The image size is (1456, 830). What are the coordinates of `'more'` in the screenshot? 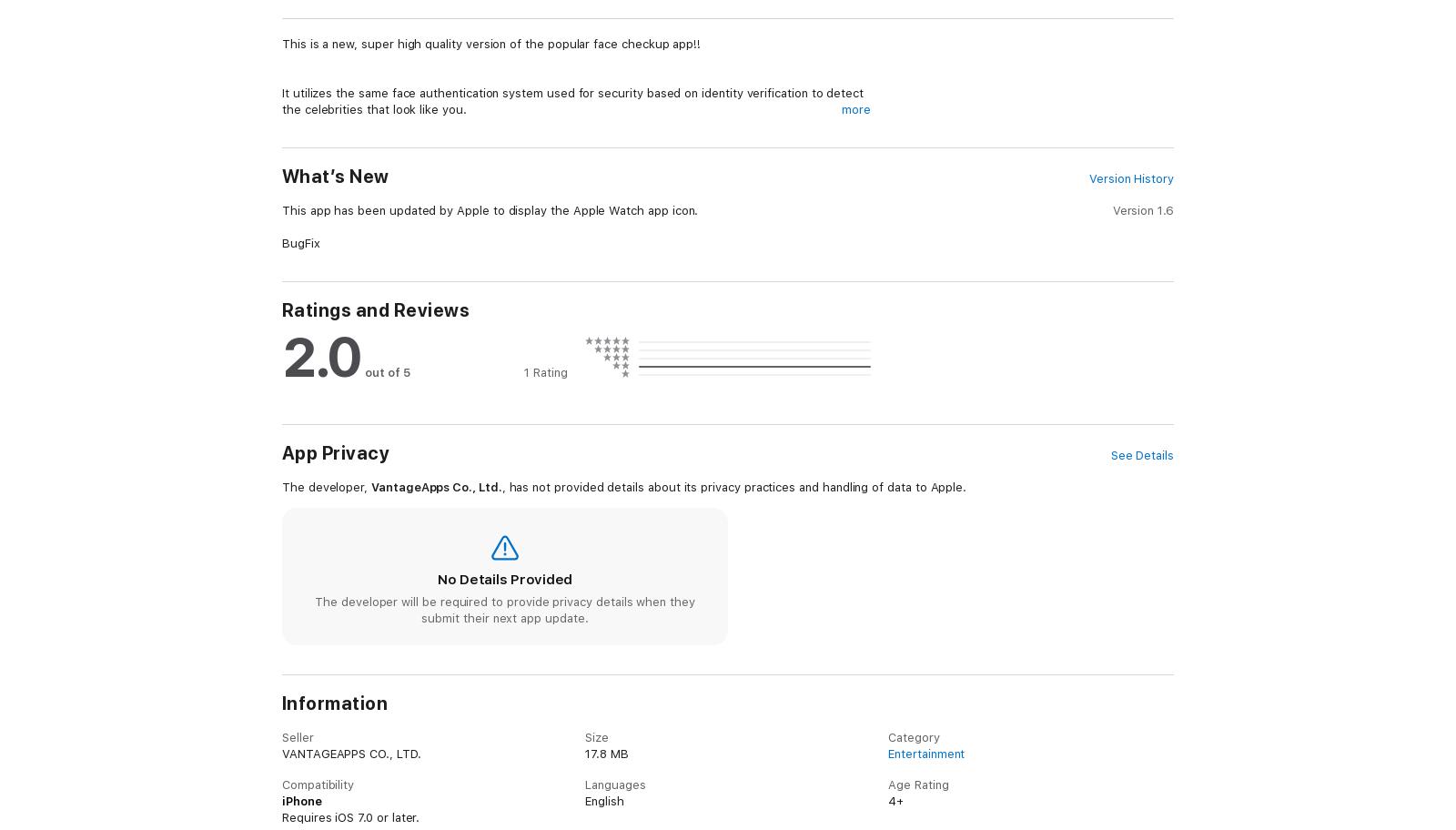 It's located at (854, 108).